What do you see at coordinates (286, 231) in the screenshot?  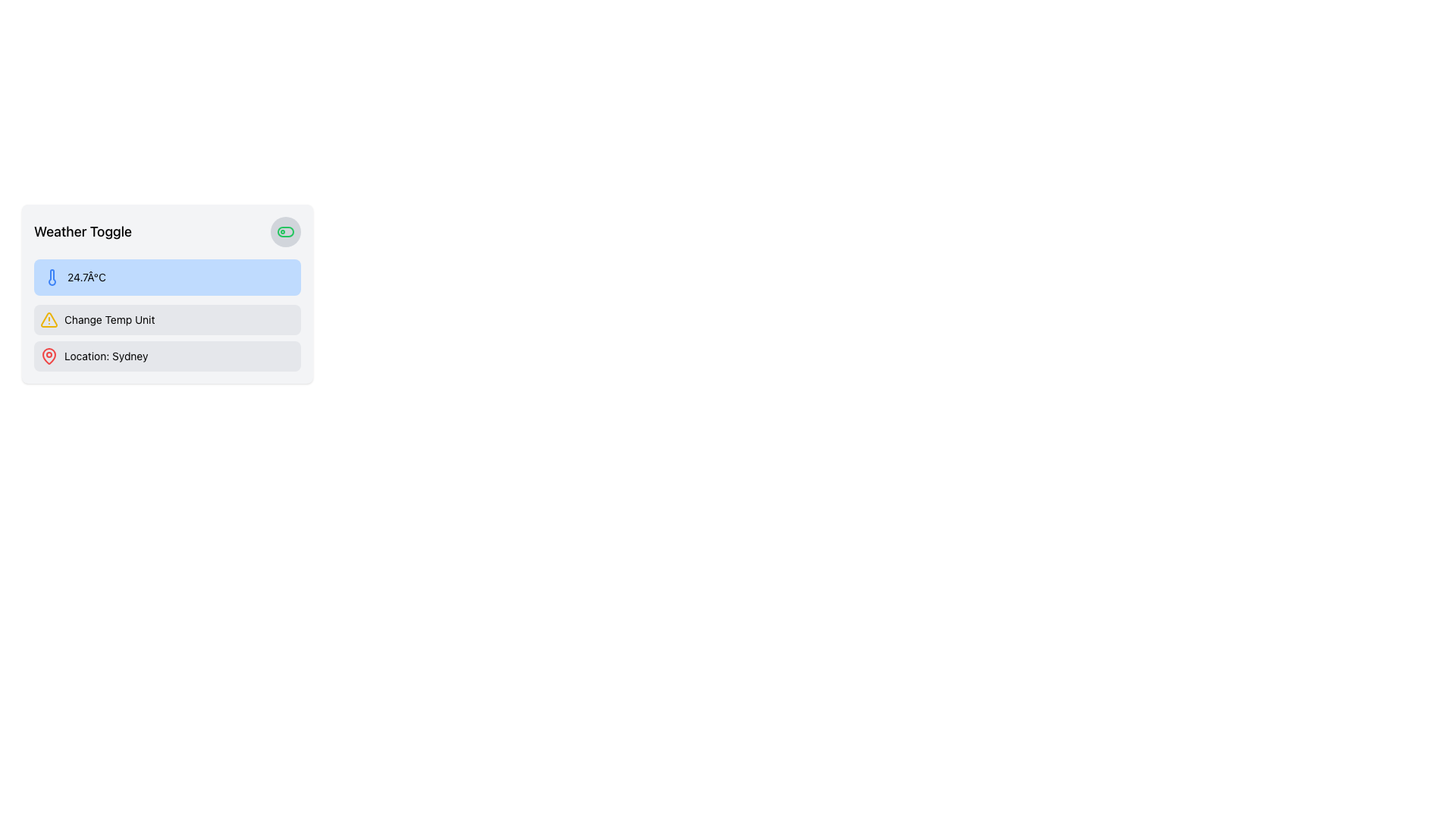 I see `the interactive toggle switch button` at bounding box center [286, 231].